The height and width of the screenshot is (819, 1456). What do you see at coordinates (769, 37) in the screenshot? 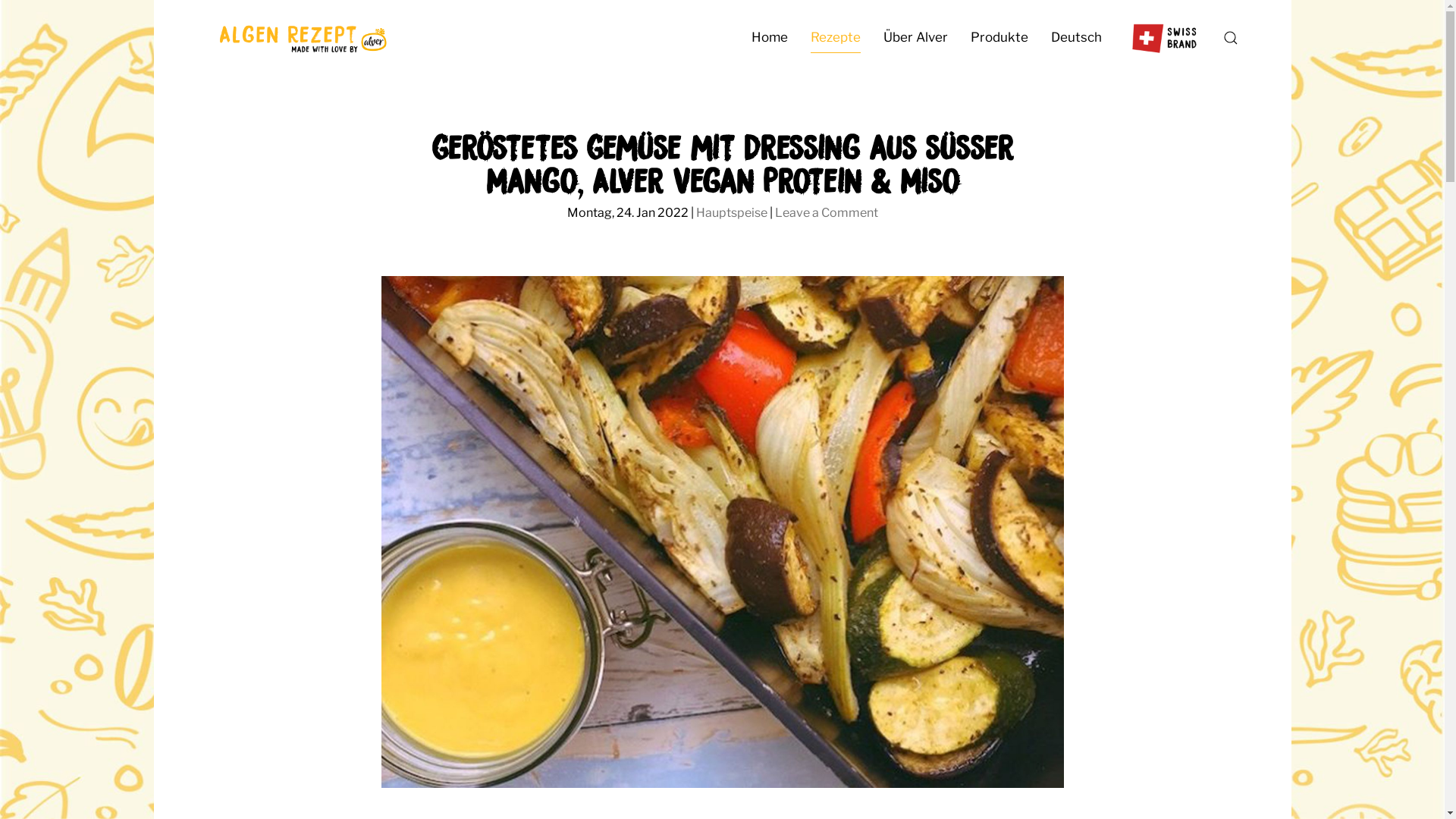
I see `'Home'` at bounding box center [769, 37].